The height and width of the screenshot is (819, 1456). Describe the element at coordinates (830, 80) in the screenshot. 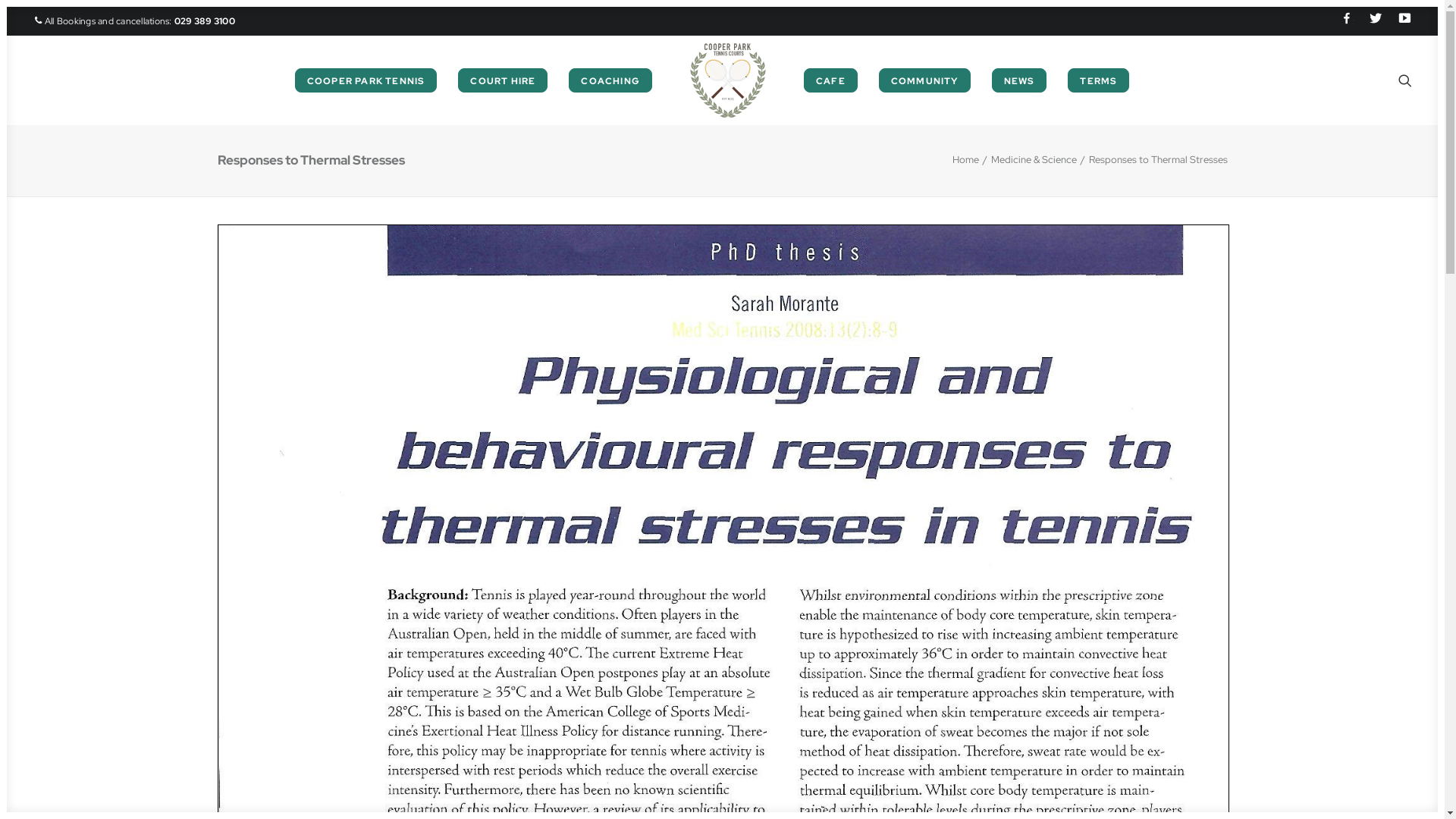

I see `'CAFE'` at that location.